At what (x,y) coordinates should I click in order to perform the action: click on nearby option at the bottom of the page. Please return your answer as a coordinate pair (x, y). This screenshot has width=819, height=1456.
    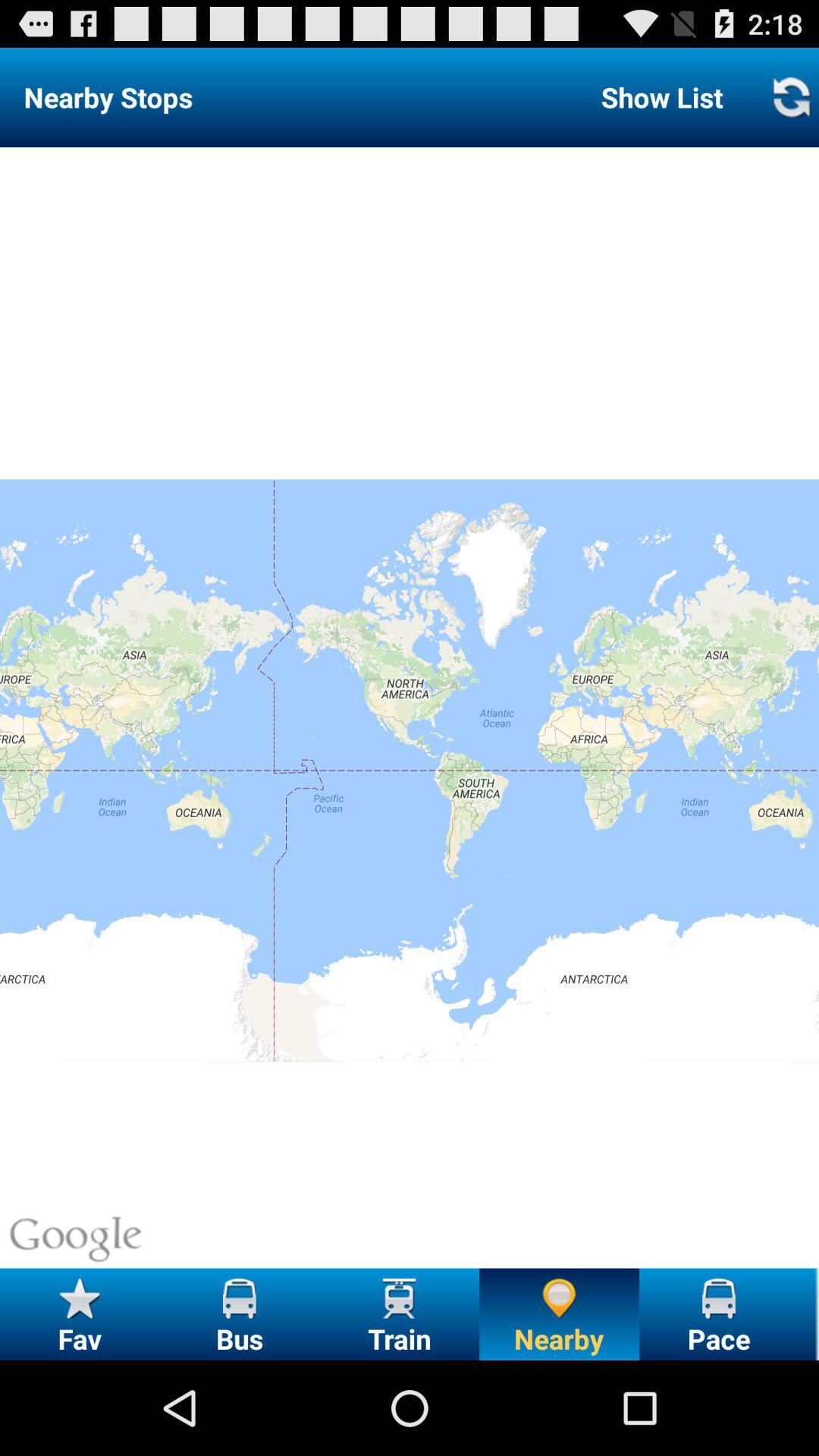
    Looking at the image, I should click on (559, 1313).